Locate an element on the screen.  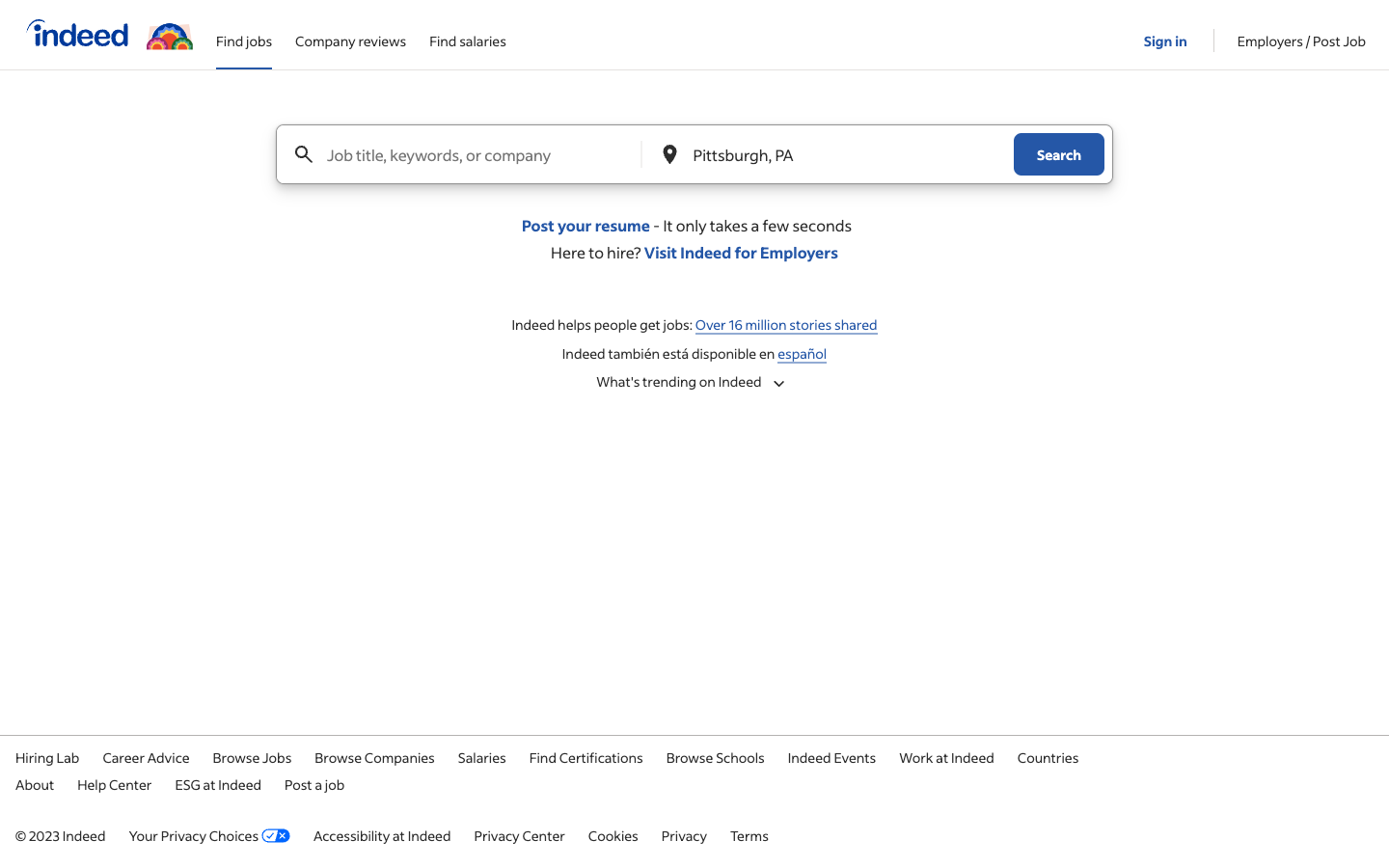
Update the job"s location field to New York is located at coordinates (831, 154).